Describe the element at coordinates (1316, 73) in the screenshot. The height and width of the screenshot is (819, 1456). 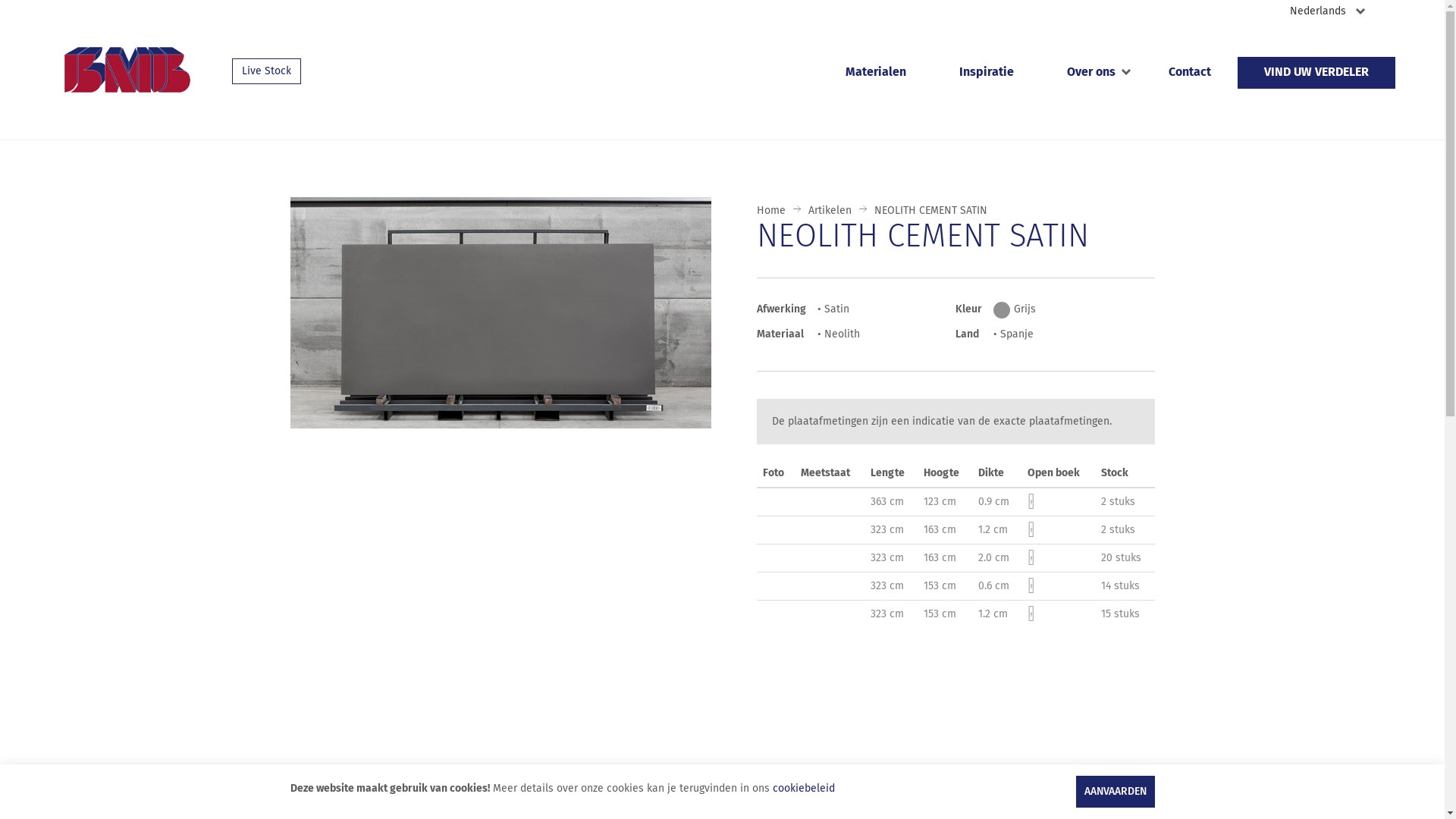
I see `'VIND UW VERDELER'` at that location.